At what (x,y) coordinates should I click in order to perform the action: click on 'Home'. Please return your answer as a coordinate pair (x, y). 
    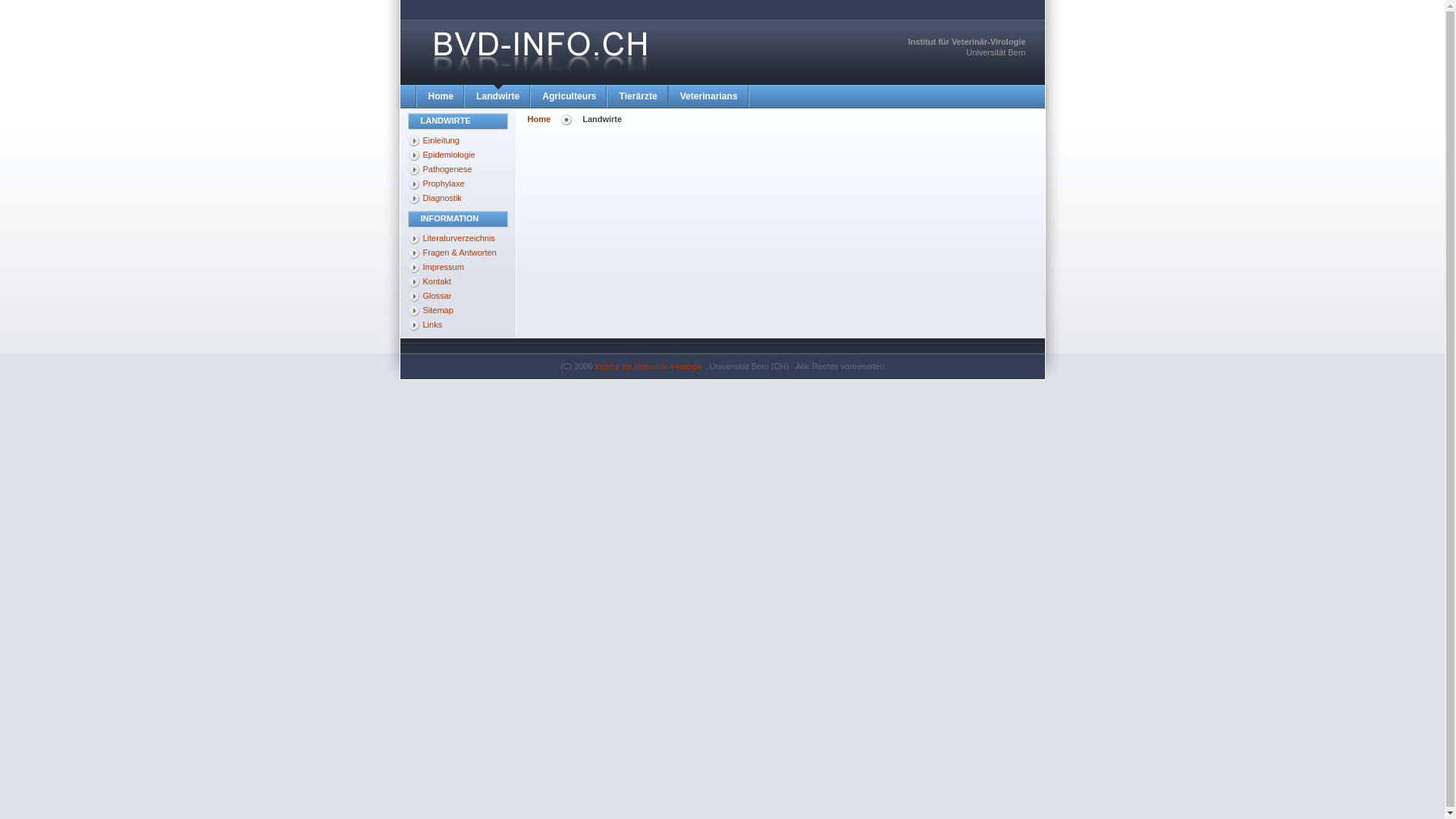
    Looking at the image, I should click on (539, 118).